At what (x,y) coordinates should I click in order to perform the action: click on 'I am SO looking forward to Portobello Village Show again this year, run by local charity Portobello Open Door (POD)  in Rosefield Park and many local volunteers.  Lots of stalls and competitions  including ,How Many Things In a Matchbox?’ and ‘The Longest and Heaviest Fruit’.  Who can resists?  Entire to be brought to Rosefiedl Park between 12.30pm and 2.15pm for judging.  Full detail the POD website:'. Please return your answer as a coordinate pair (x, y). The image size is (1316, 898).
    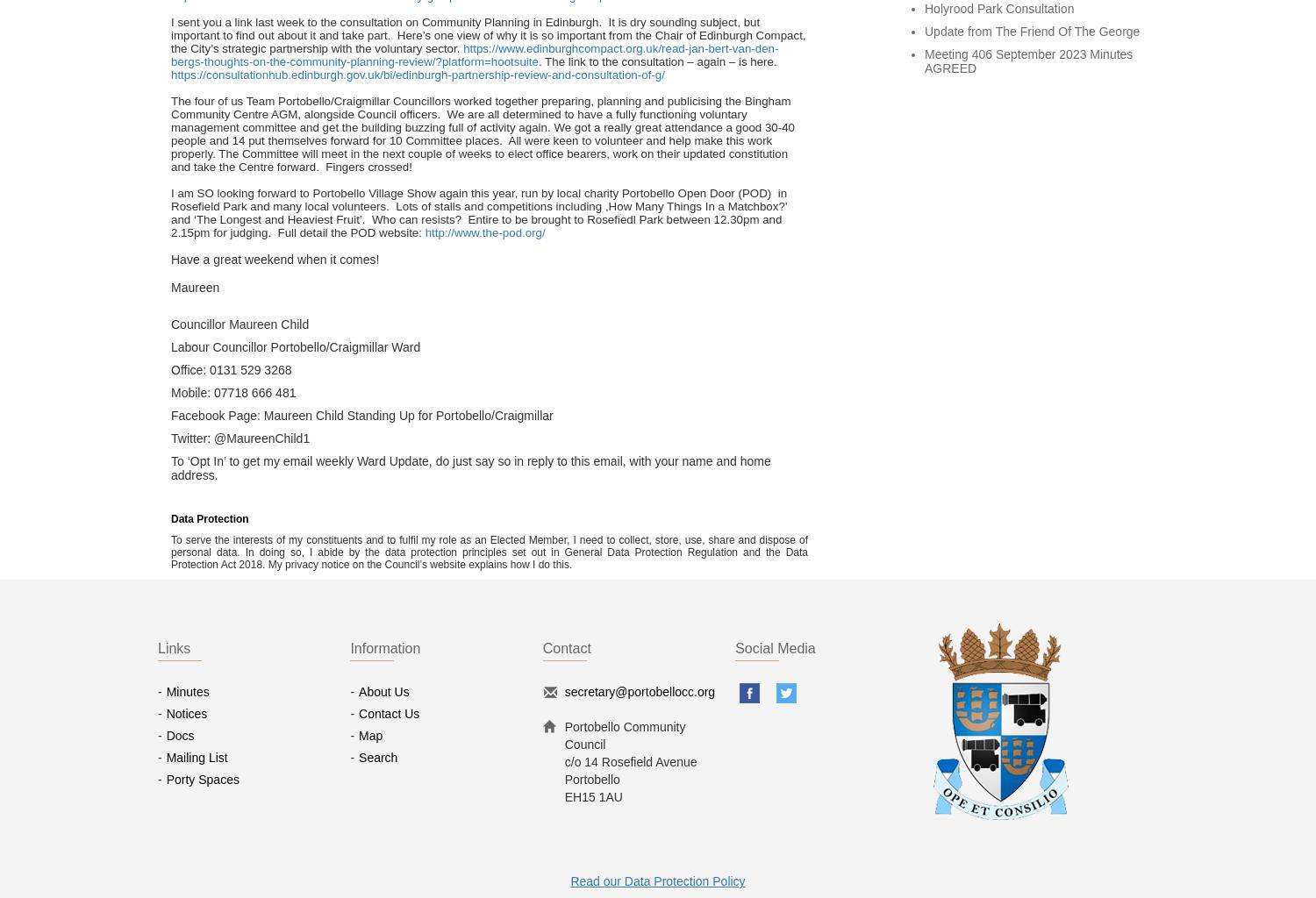
    Looking at the image, I should click on (479, 211).